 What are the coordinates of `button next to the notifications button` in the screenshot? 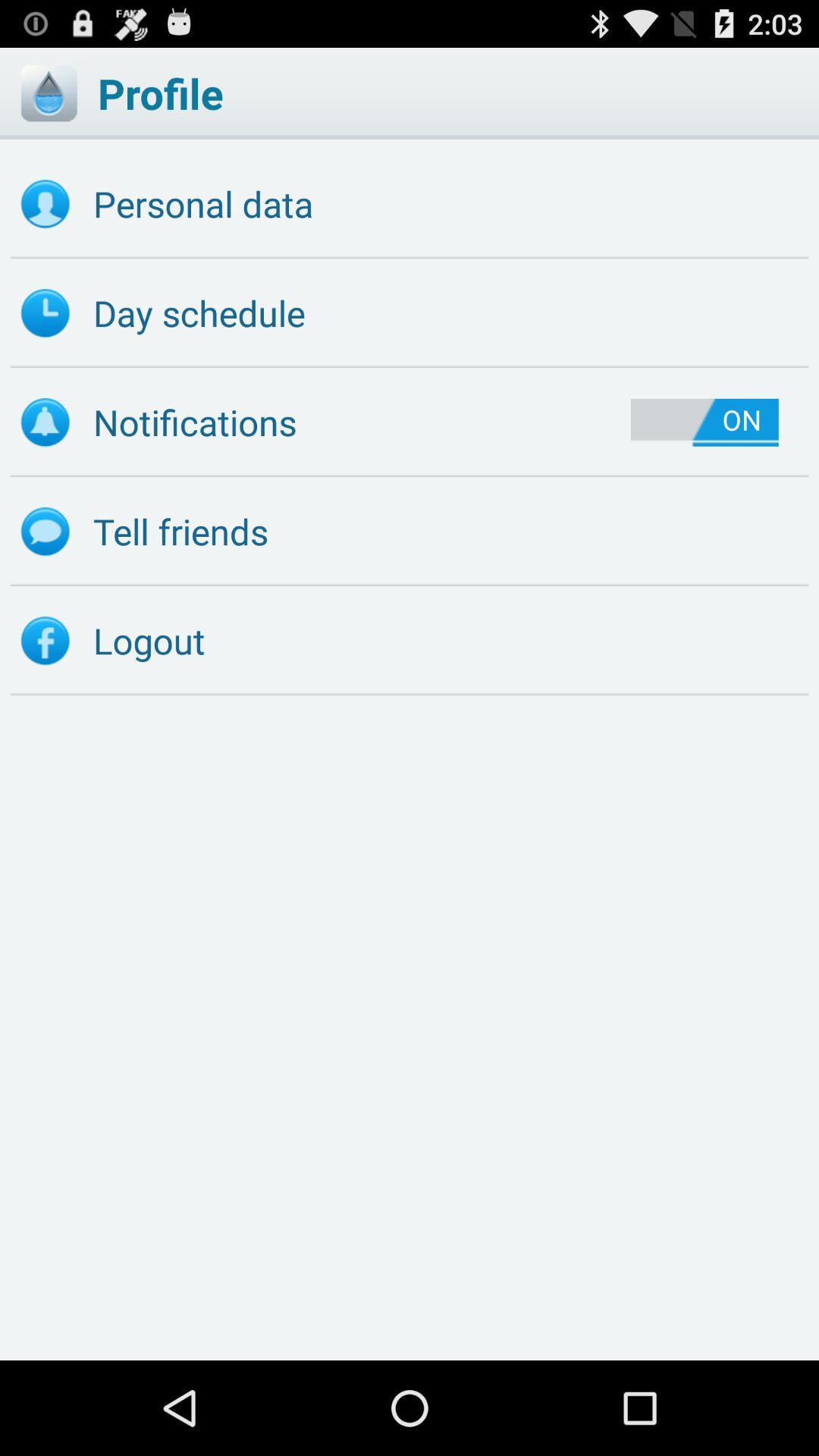 It's located at (704, 422).